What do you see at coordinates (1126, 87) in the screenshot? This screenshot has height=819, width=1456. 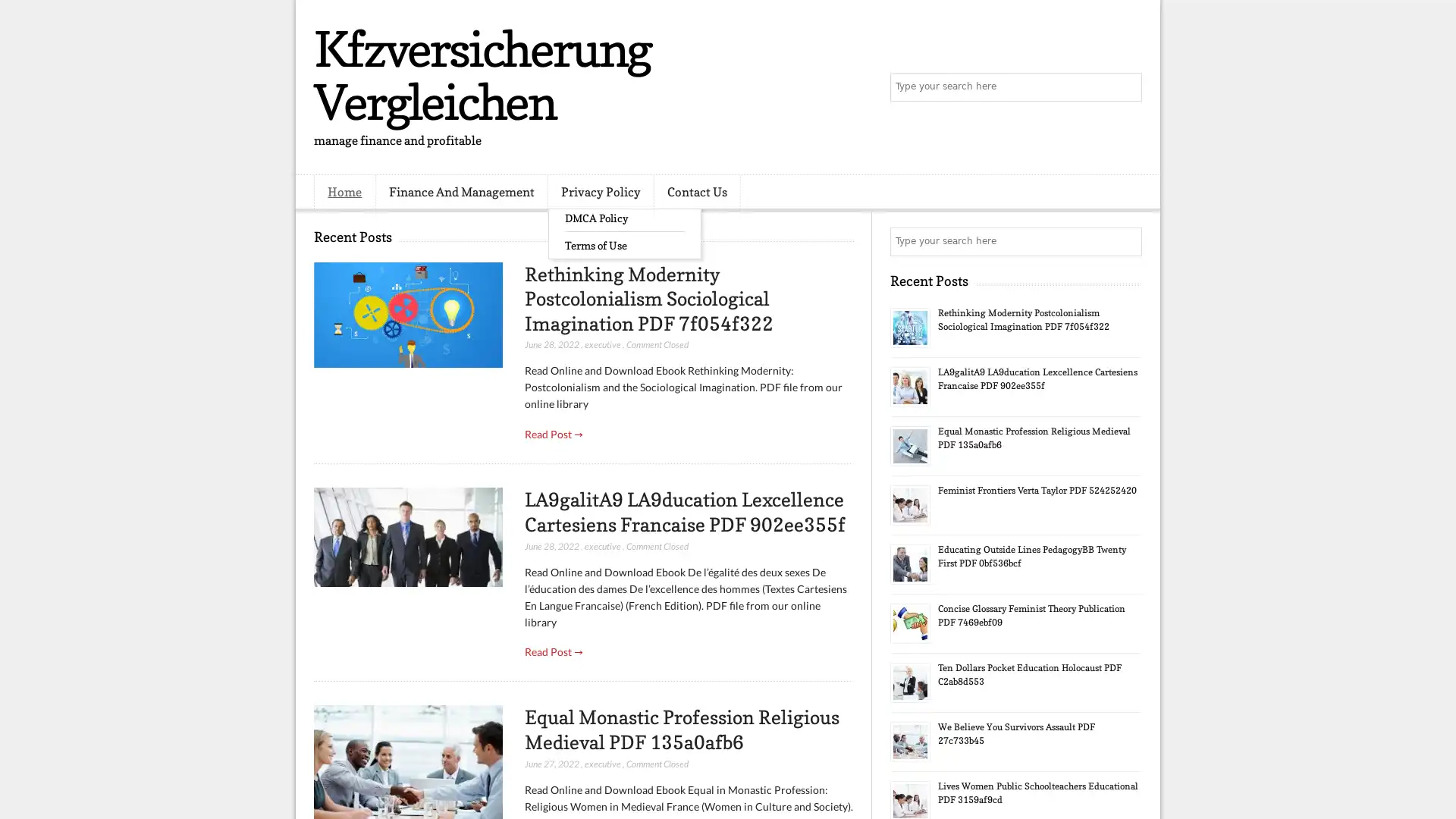 I see `Search` at bounding box center [1126, 87].